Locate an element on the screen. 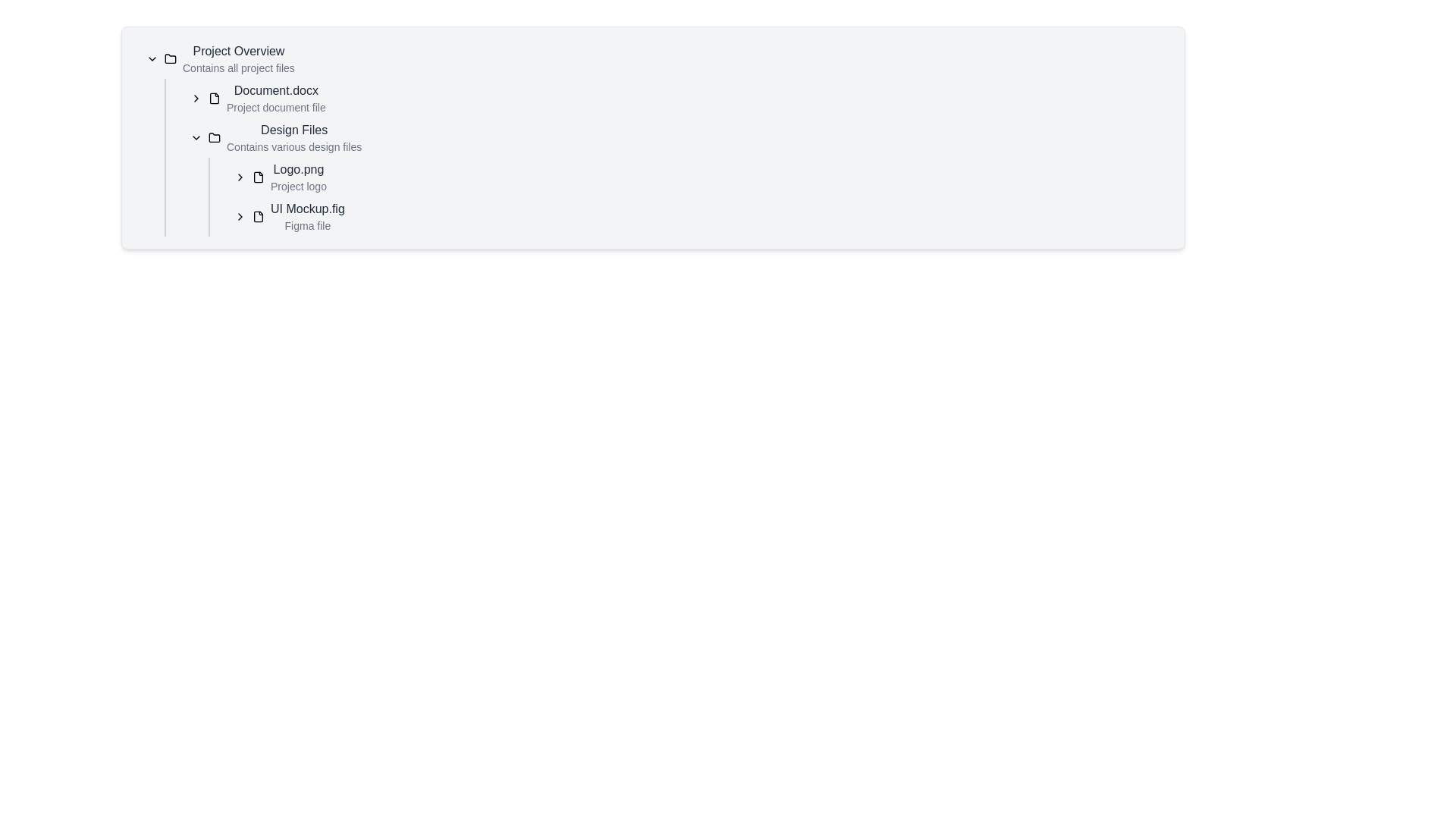 Image resolution: width=1456 pixels, height=819 pixels. the 'Design Files' text label, which identifies the context of the folder in the file directory interface is located at coordinates (294, 130).